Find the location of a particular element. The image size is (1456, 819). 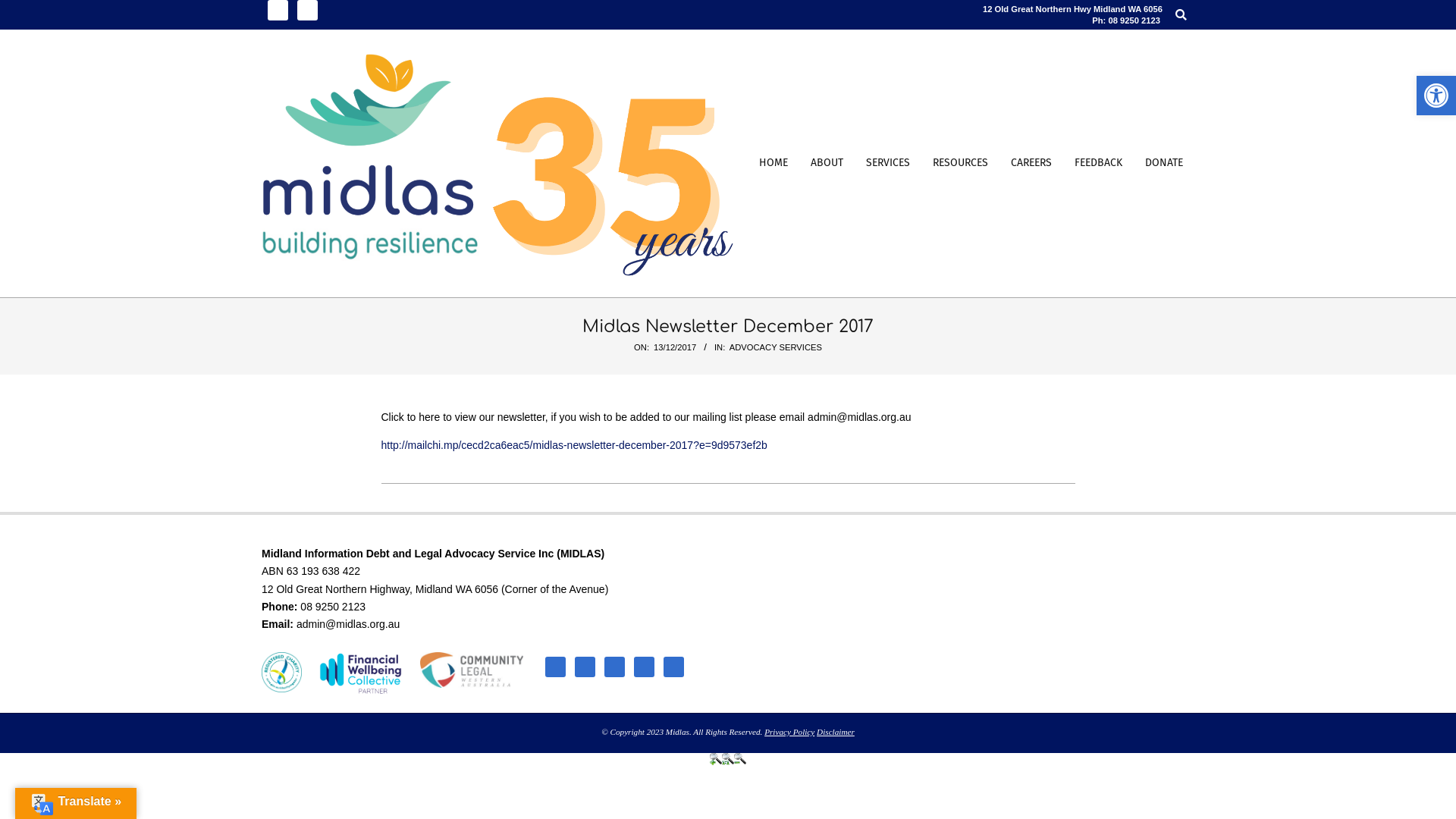

'Privacy Policy' is located at coordinates (764, 730).